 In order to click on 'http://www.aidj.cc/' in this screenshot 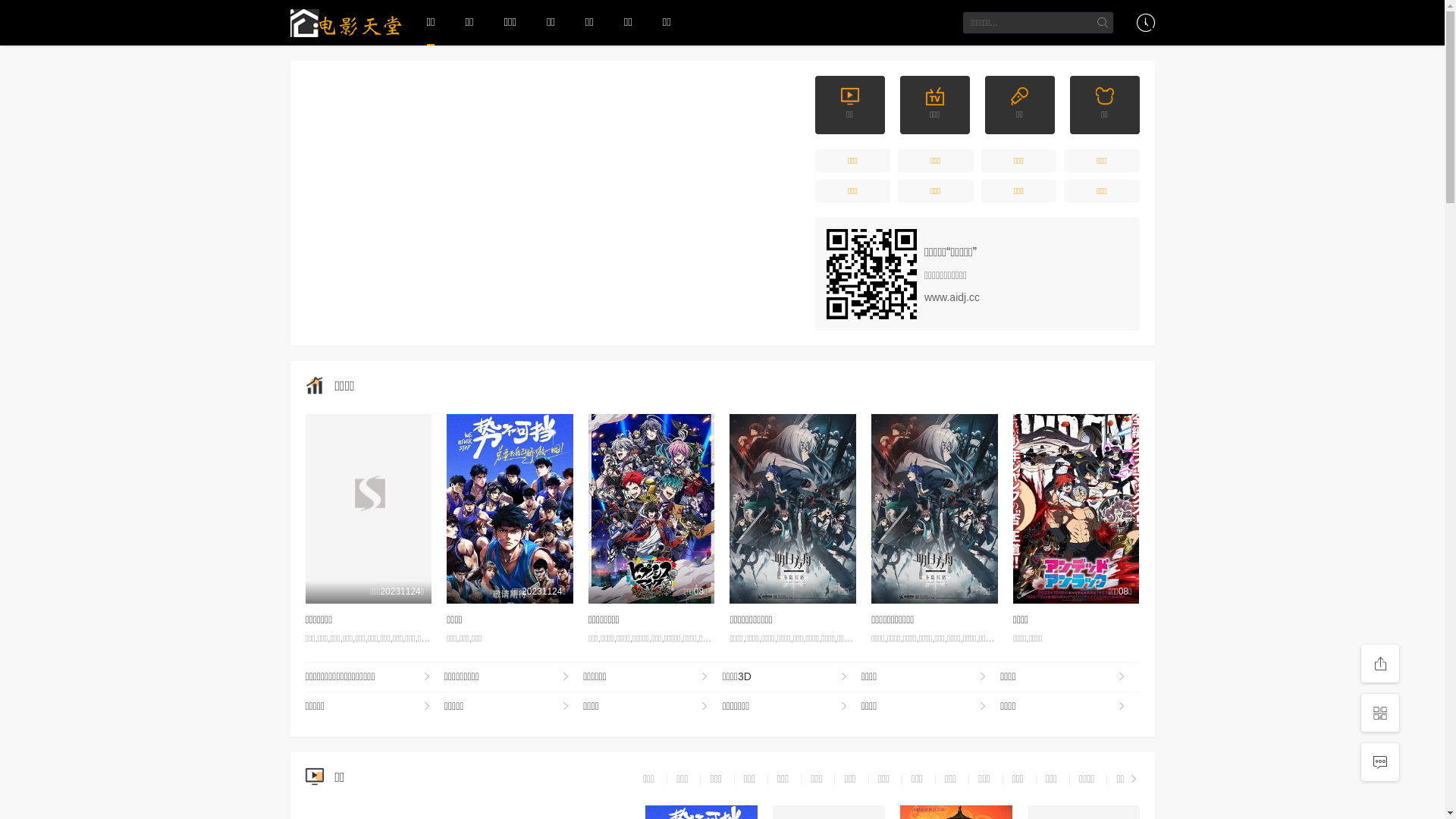, I will do `click(871, 274)`.